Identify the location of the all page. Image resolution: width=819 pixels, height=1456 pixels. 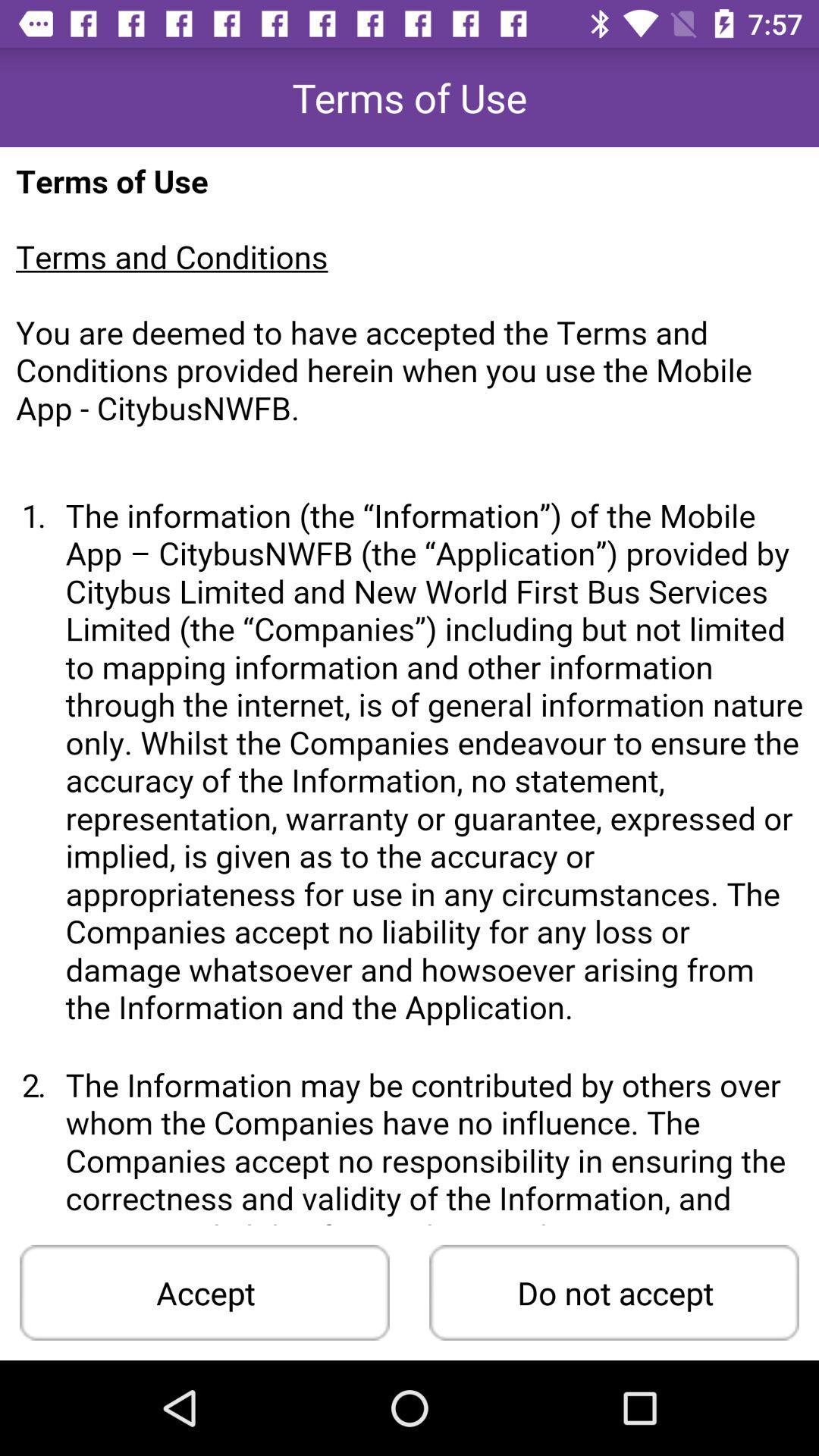
(409, 685).